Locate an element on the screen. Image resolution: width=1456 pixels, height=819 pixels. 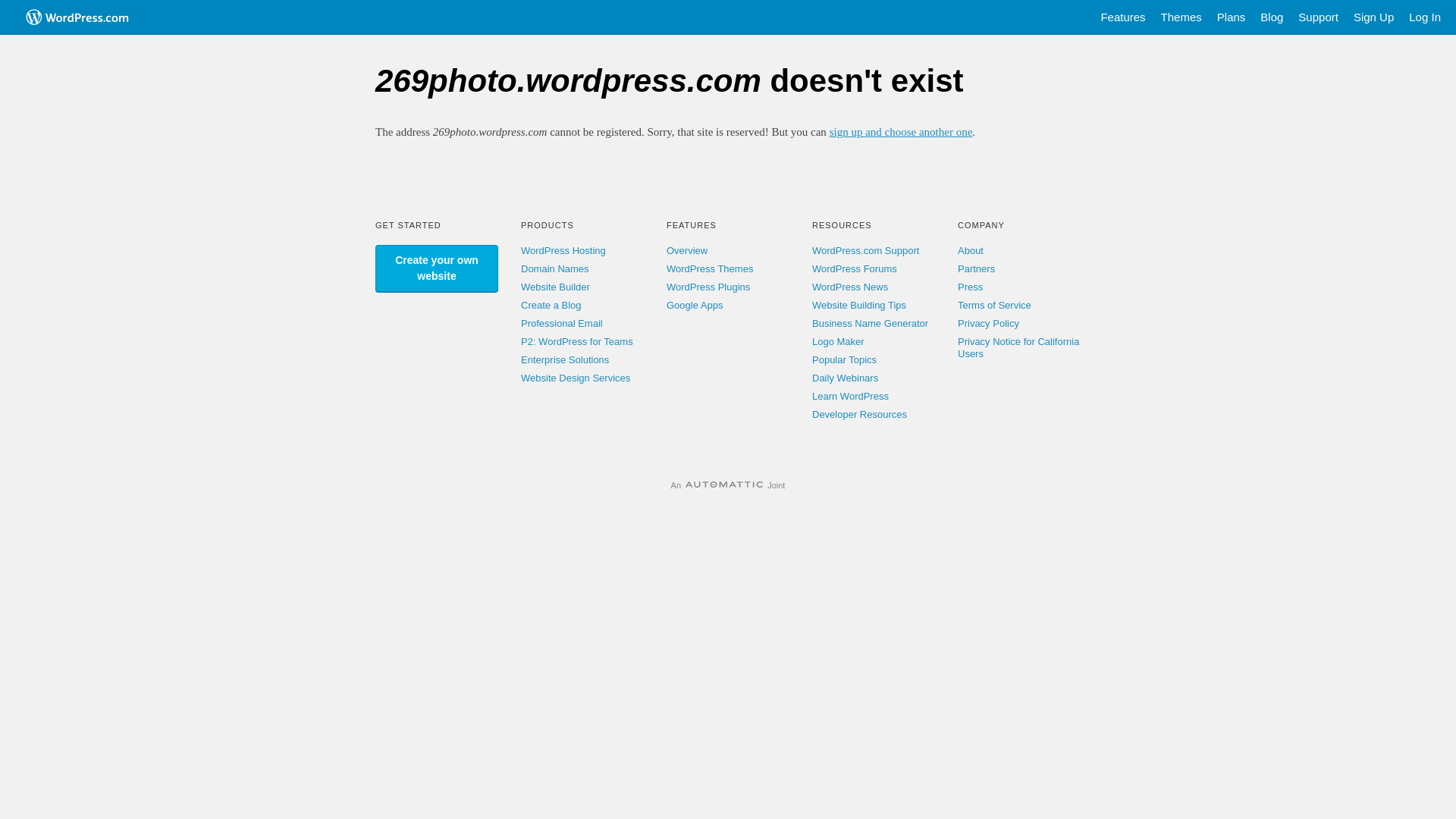
'Professional Email' is located at coordinates (560, 322).